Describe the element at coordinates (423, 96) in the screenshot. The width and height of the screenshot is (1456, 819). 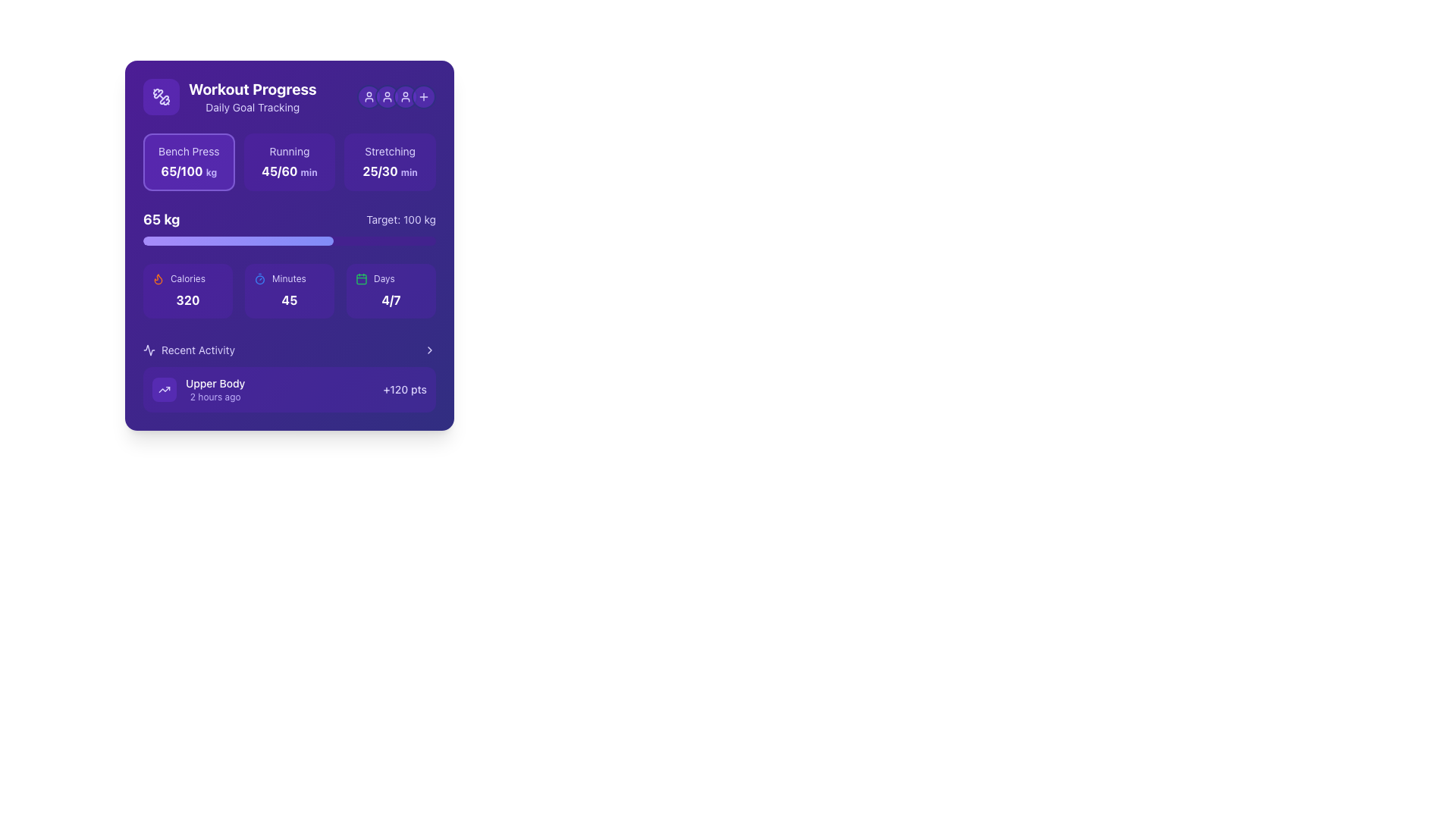
I see `the plus icon button, which is the fourth circular button in the top-right corner of the 'Workout Progress' panel` at that location.